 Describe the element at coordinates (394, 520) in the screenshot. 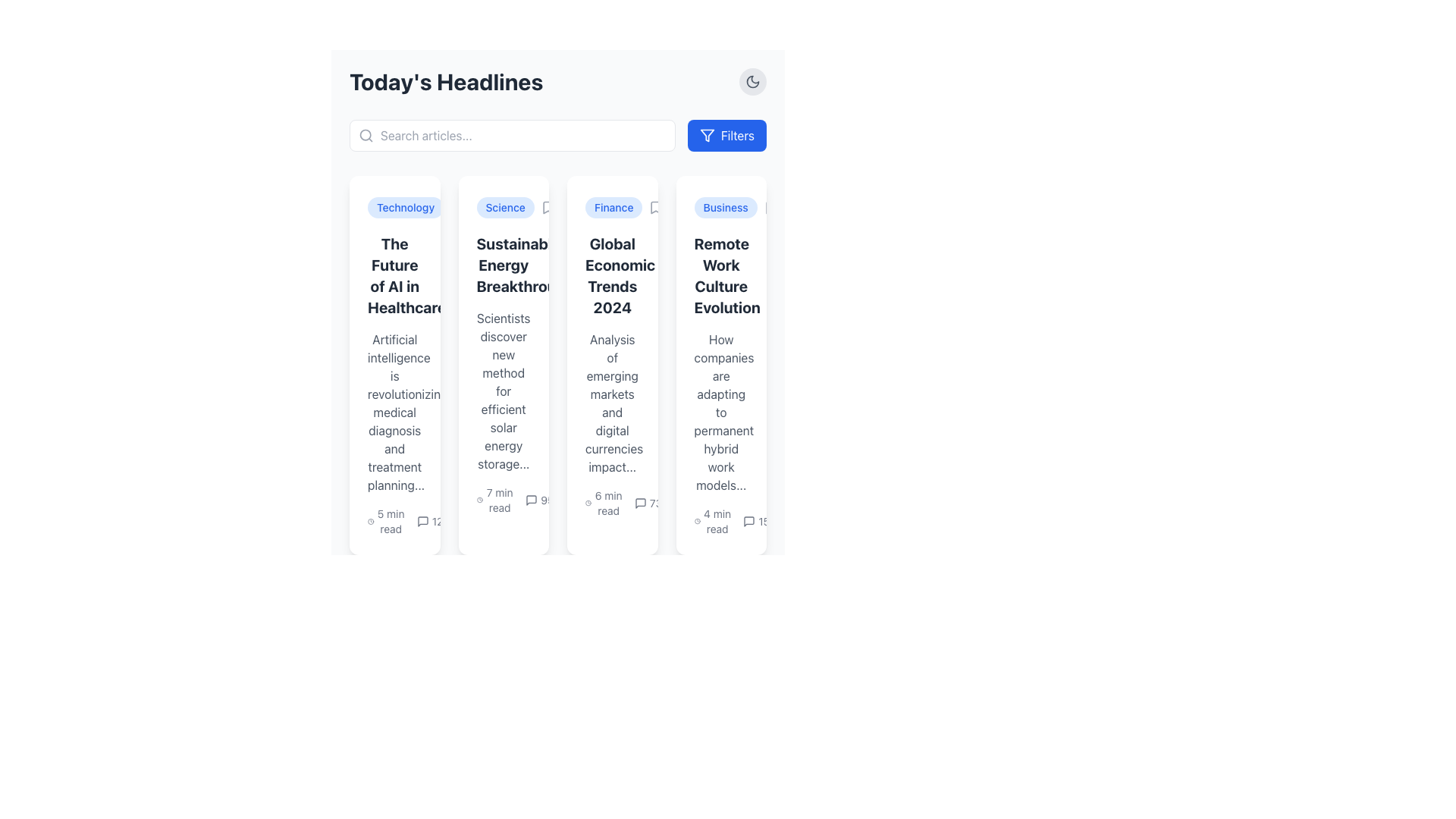

I see `the static text displaying '5 min read' with a clock icon, located in the bottom metadata section of the card titled 'The Future of AI in Healthcare'` at that location.